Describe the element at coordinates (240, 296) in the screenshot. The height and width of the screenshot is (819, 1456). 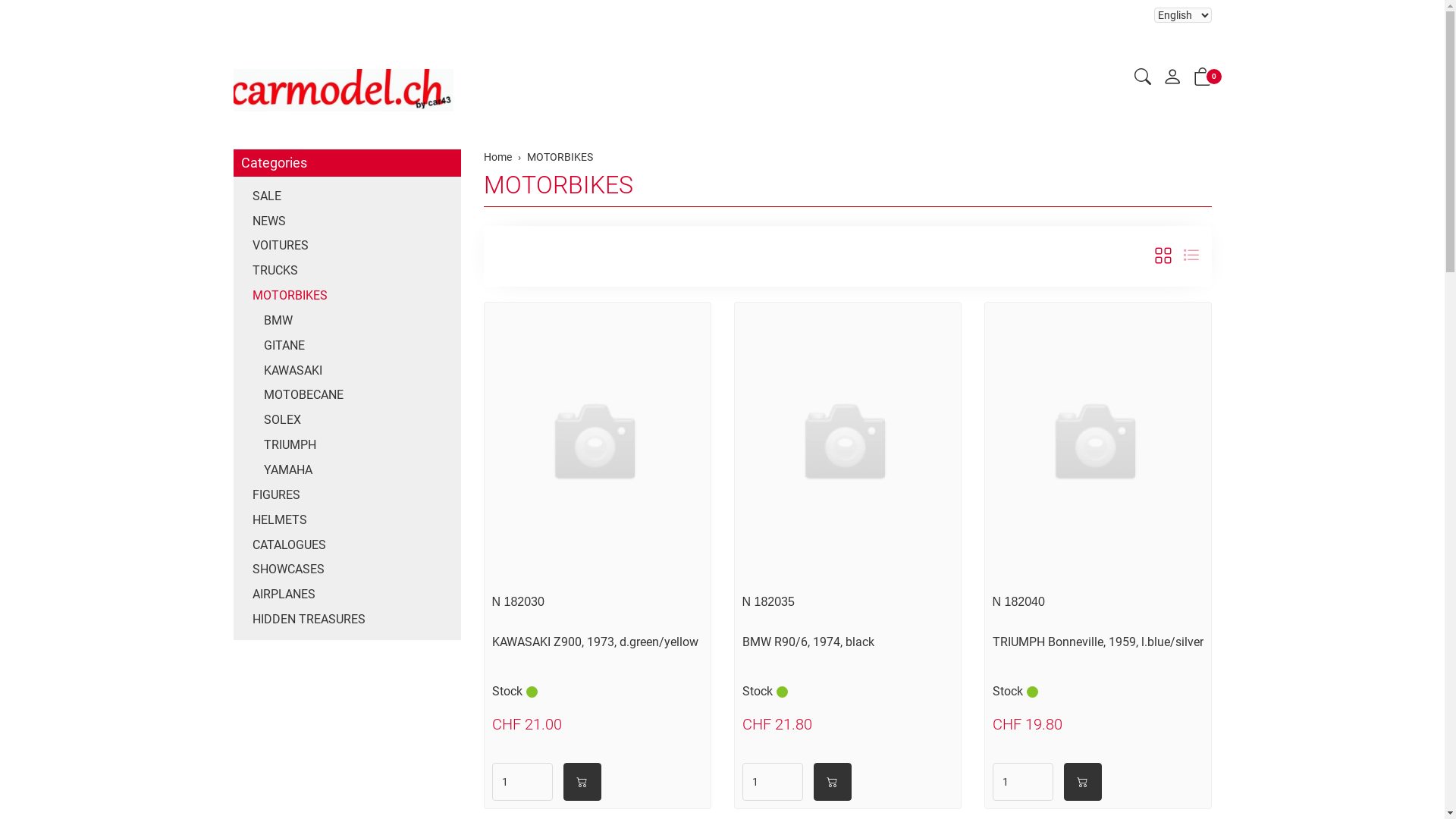
I see `'MOTORBIKES'` at that location.